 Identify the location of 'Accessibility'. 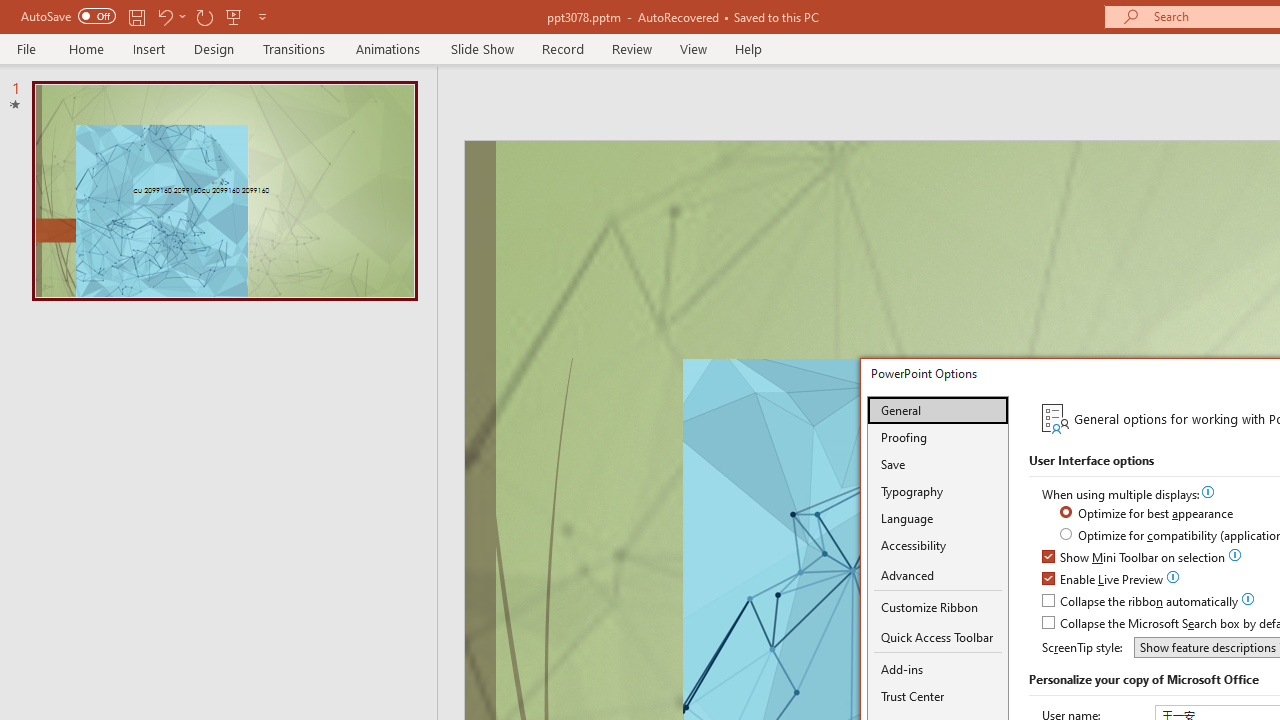
(937, 545).